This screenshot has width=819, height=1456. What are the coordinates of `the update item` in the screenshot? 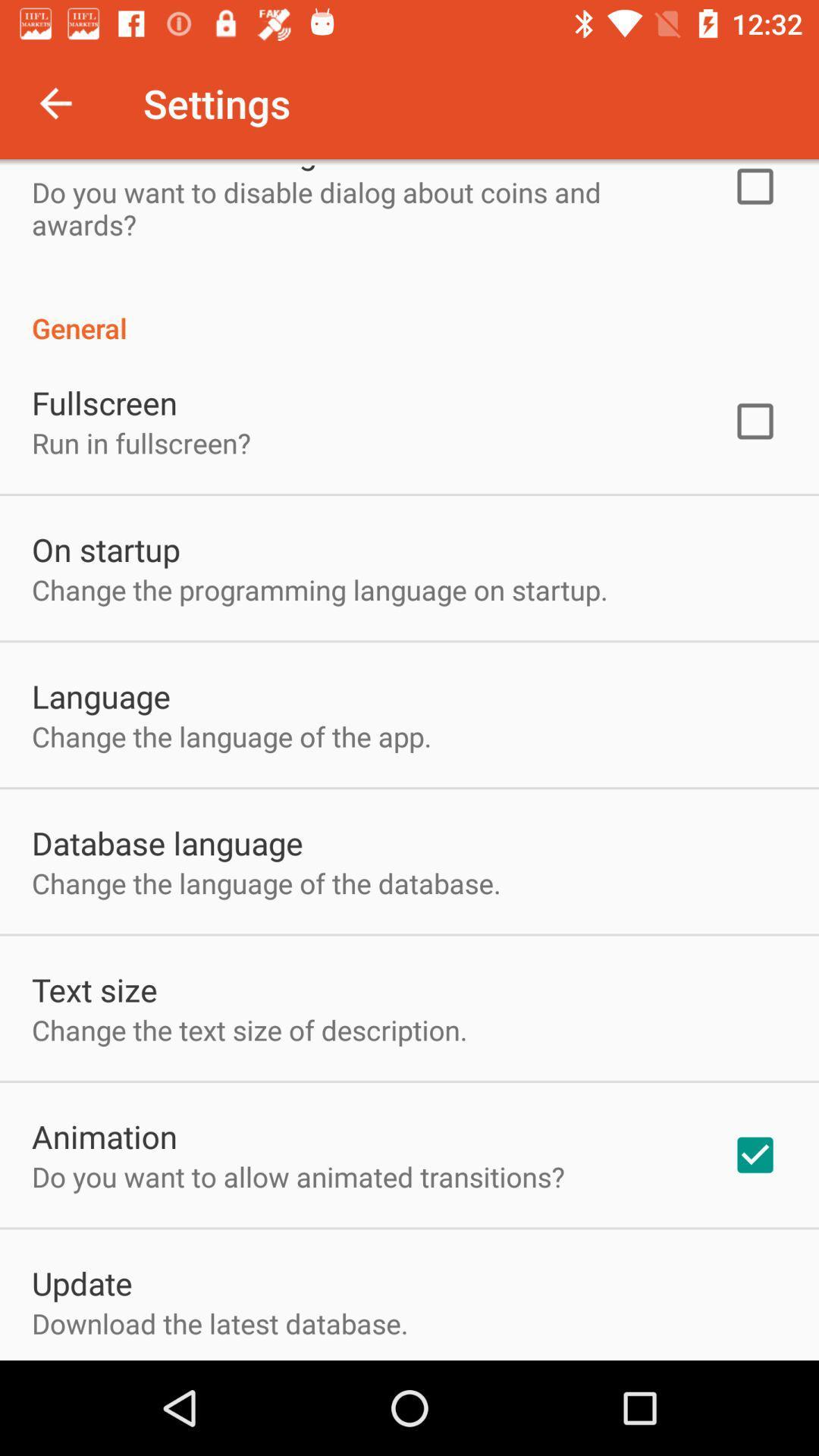 It's located at (82, 1282).